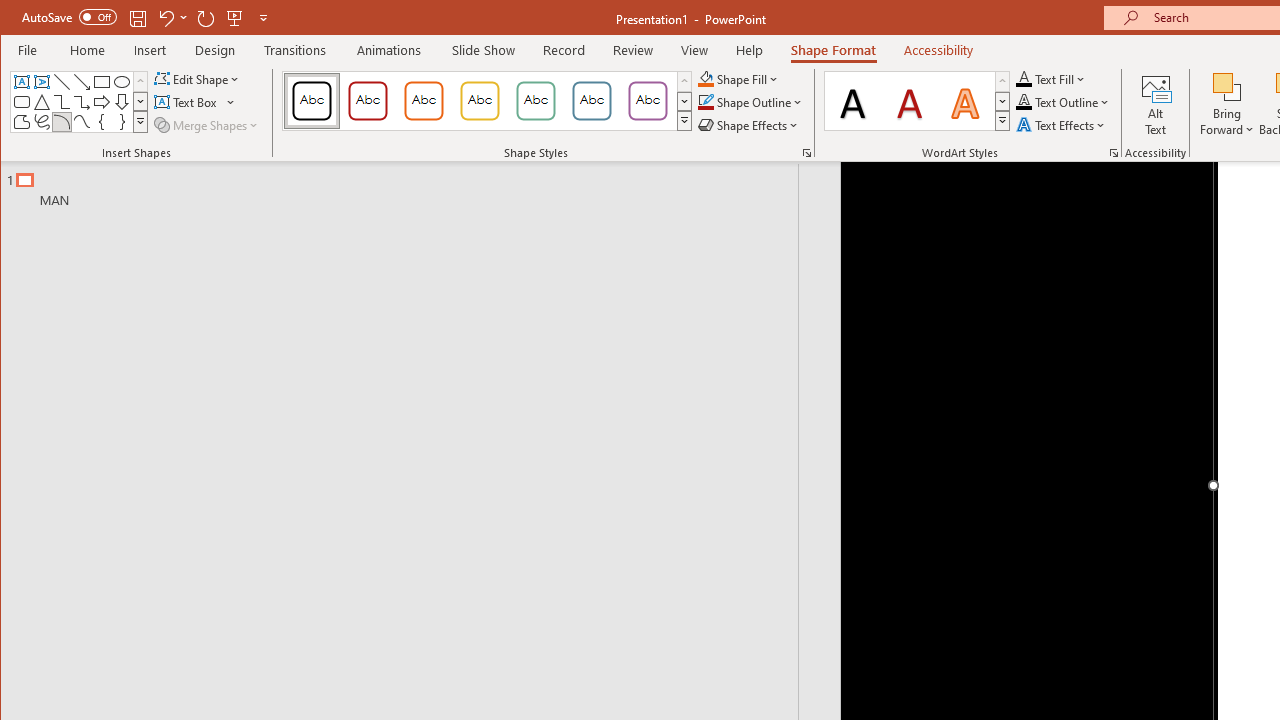  Describe the element at coordinates (916, 101) in the screenshot. I see `'AutomationID: TextStylesGallery'` at that location.